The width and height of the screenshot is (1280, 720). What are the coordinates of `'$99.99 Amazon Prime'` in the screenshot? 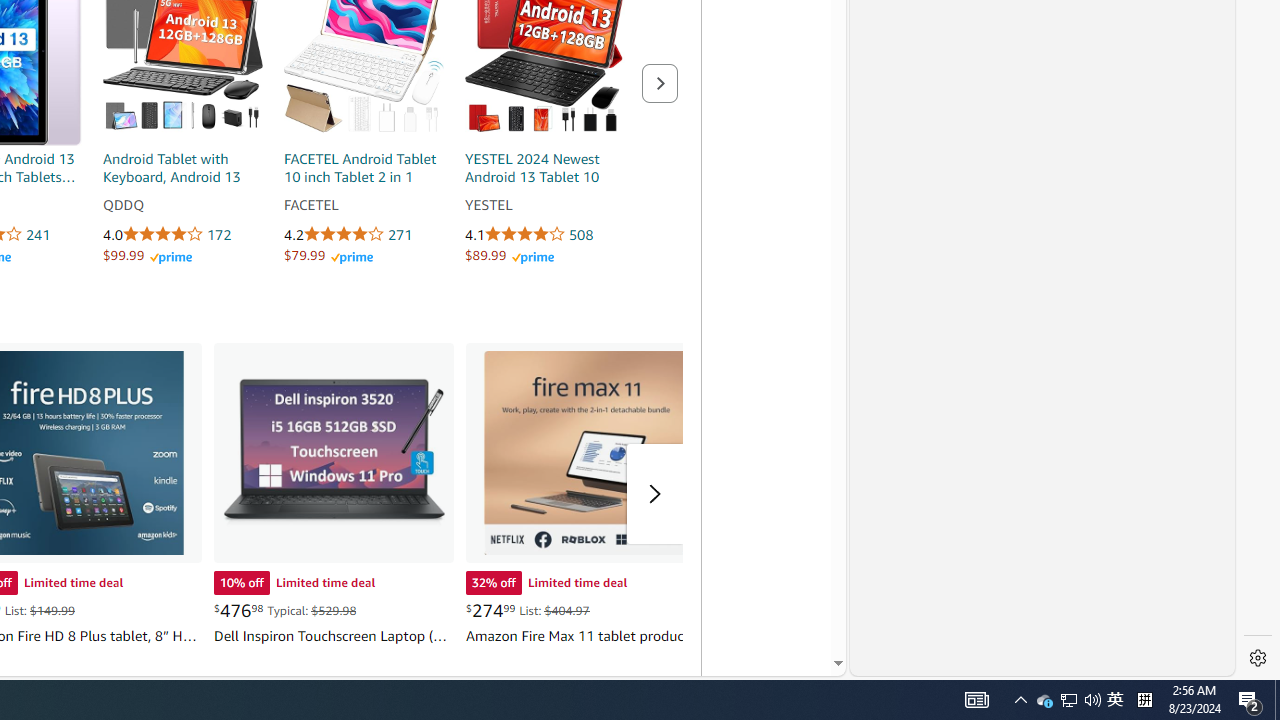 It's located at (146, 254).